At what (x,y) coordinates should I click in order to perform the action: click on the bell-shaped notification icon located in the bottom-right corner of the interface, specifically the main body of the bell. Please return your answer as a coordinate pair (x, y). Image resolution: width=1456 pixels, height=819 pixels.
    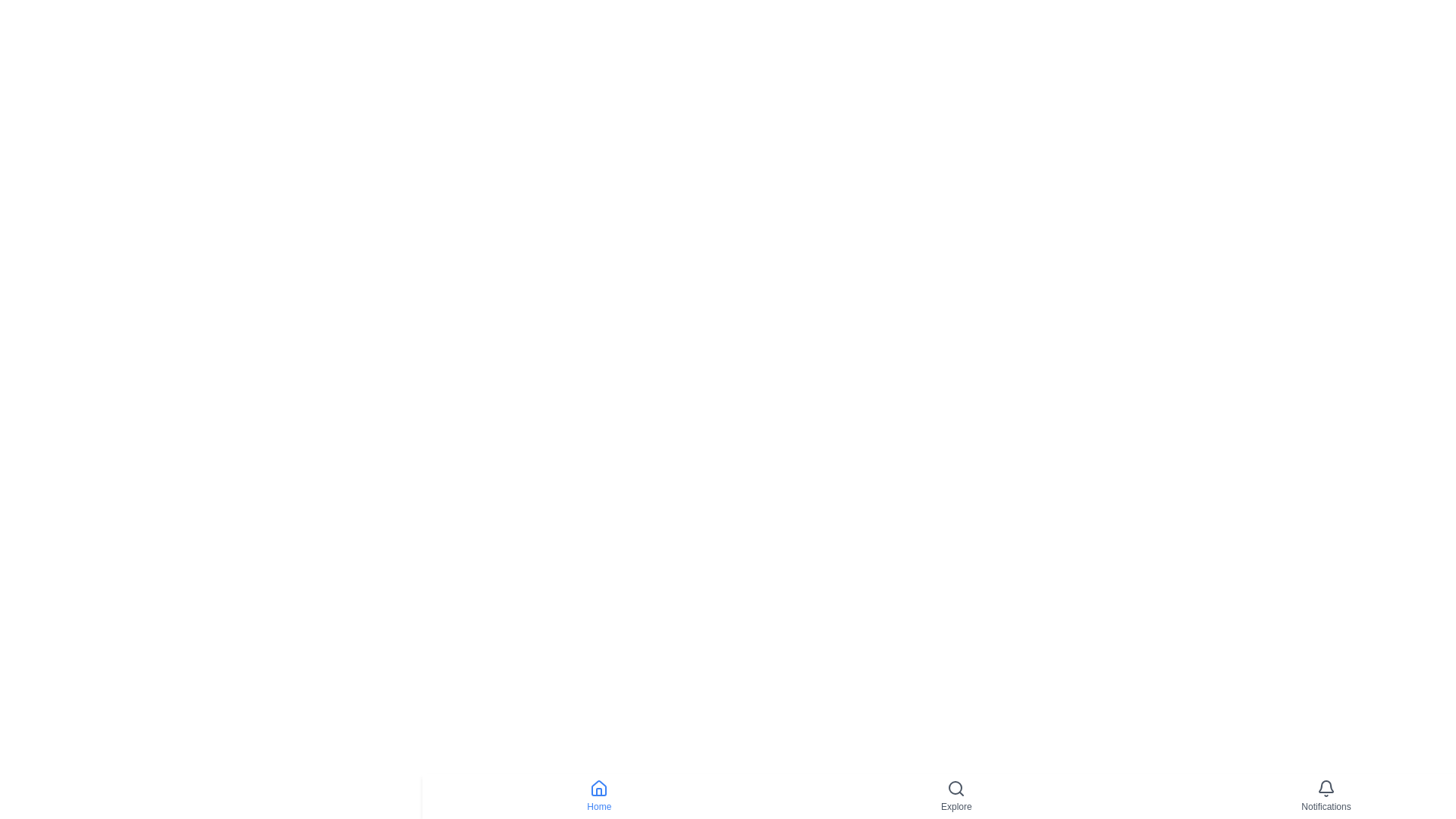
    Looking at the image, I should click on (1325, 786).